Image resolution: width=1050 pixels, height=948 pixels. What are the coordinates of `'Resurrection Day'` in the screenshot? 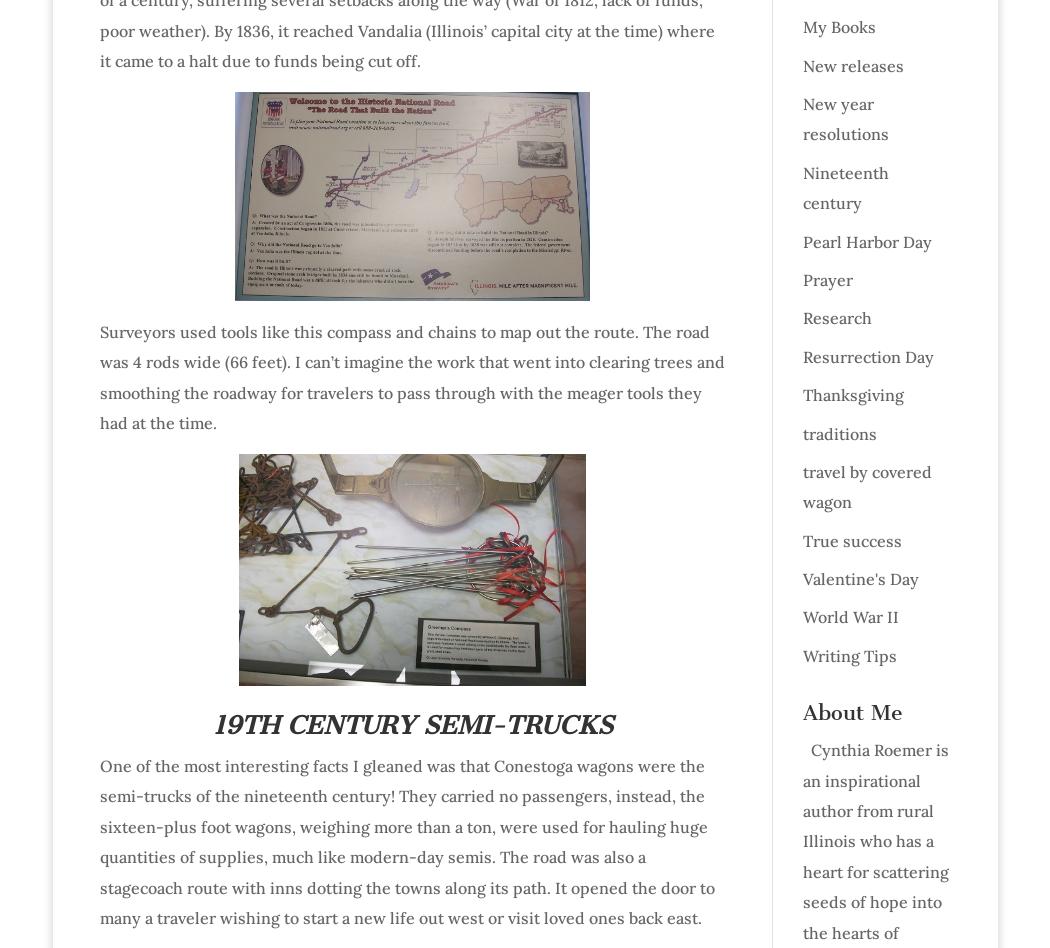 It's located at (866, 355).